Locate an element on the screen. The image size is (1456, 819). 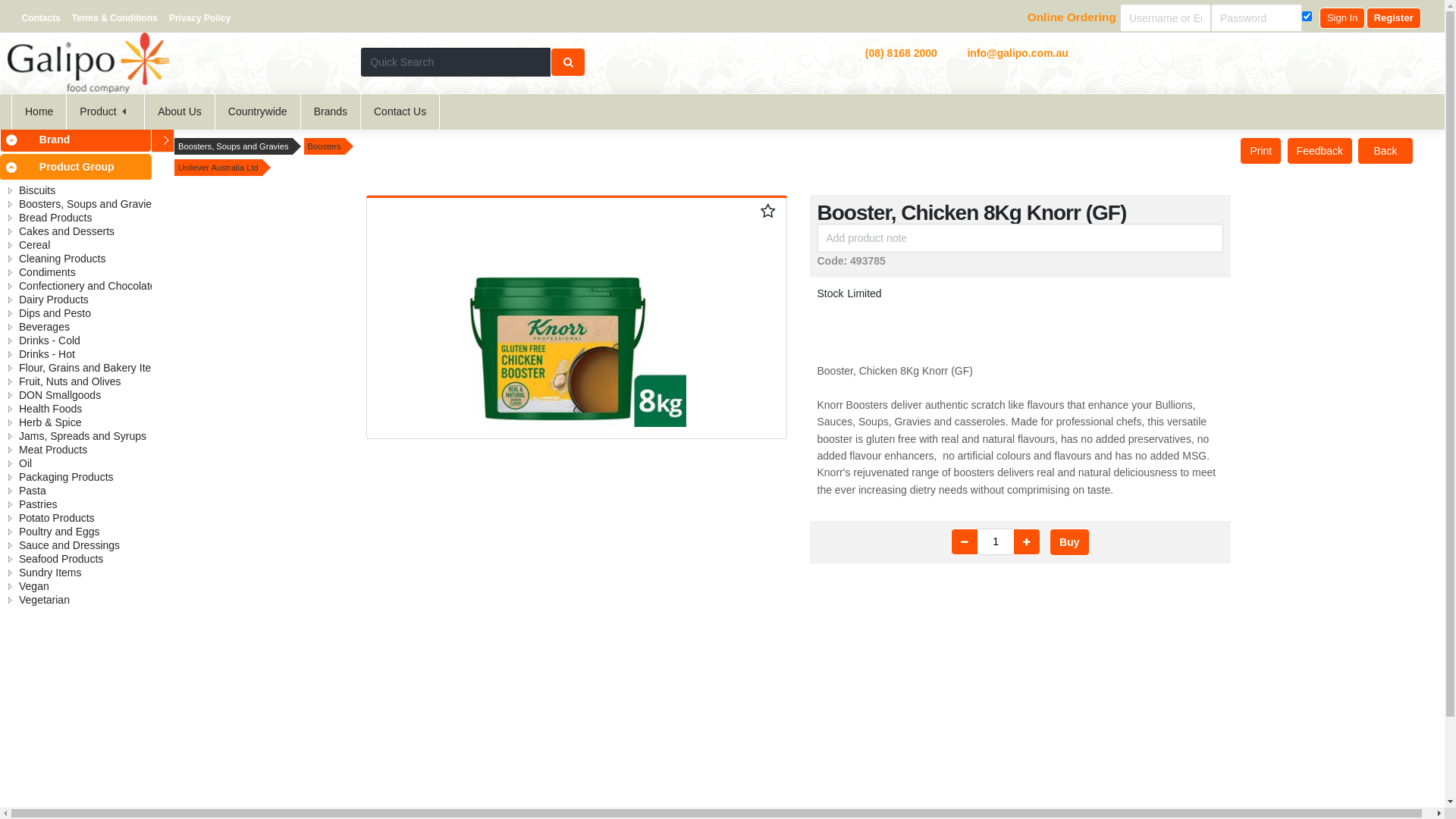
'Confectionery and Chocolate' is located at coordinates (86, 286).